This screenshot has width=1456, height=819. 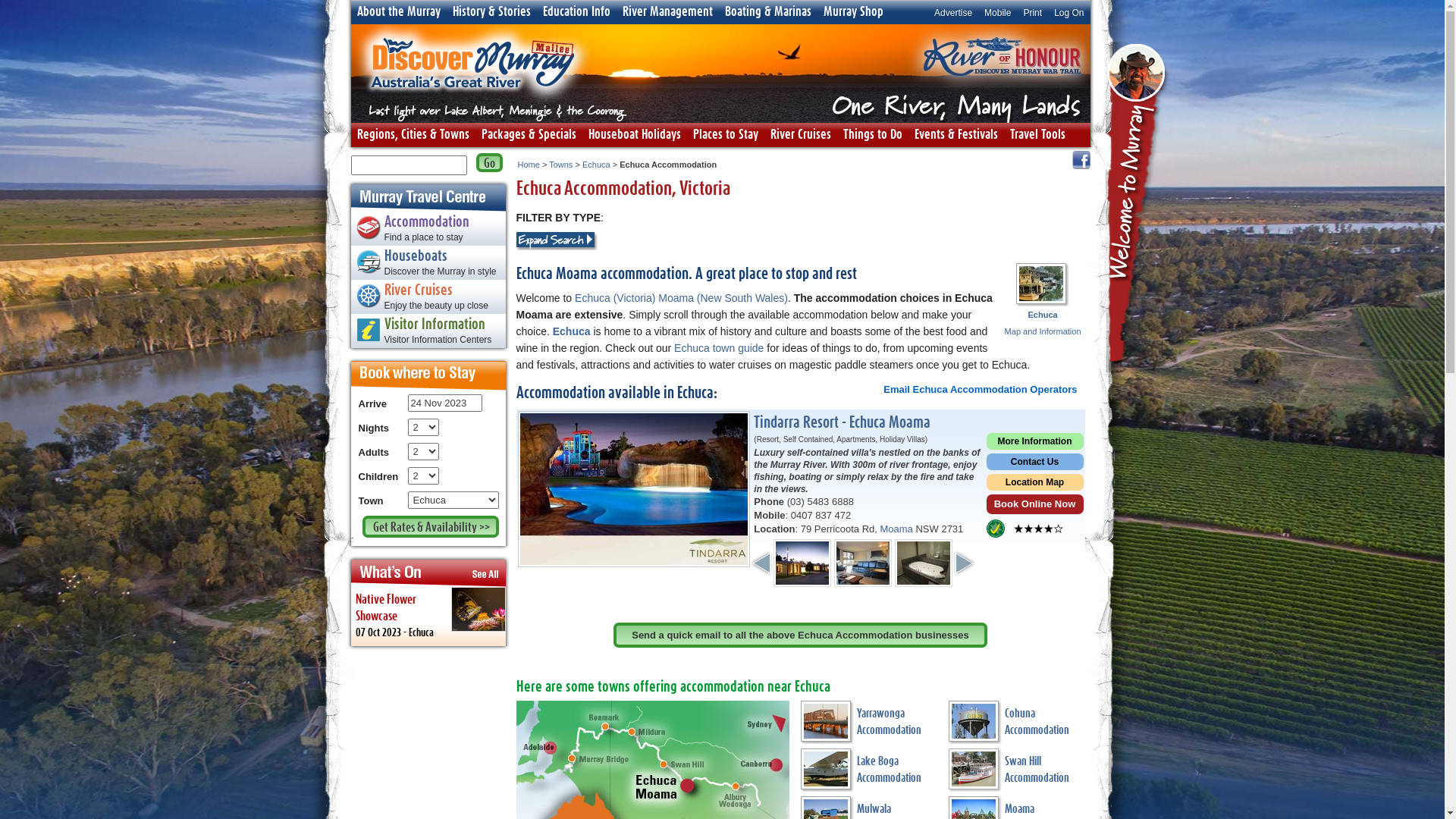 I want to click on ' ', so click(x=1138, y=207).